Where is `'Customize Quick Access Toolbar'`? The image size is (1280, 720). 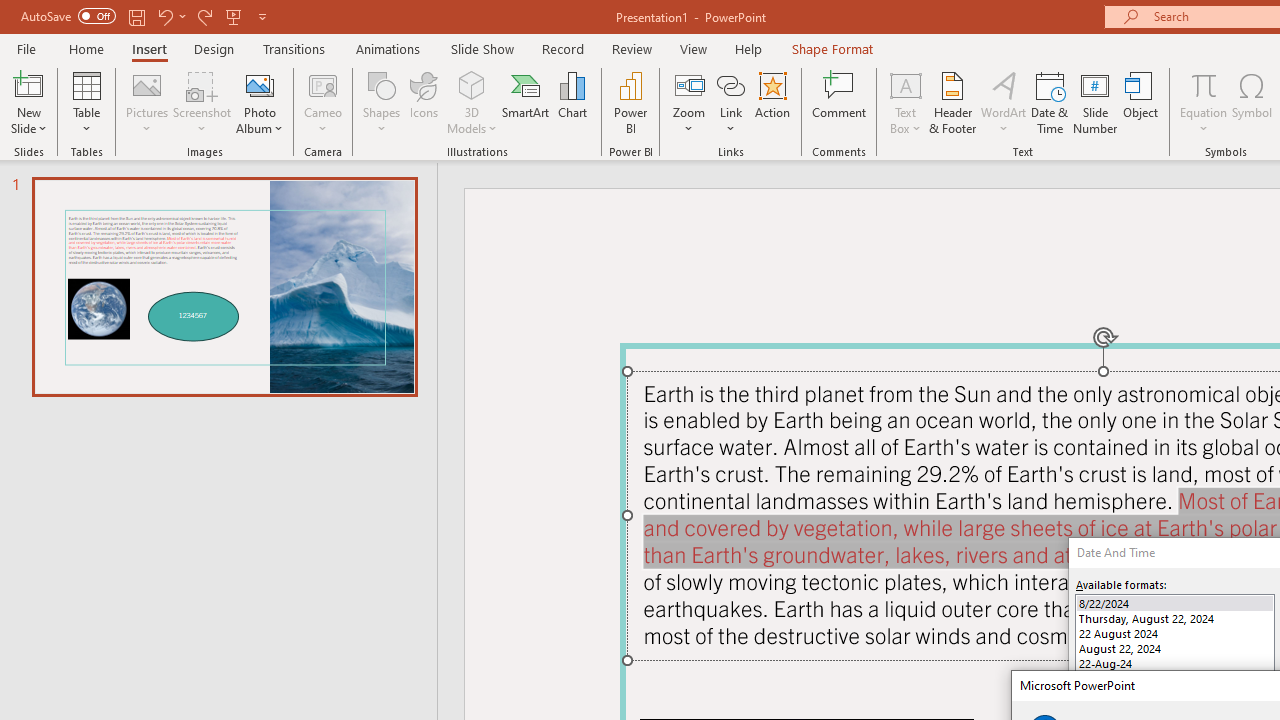 'Customize Quick Access Toolbar' is located at coordinates (262, 16).